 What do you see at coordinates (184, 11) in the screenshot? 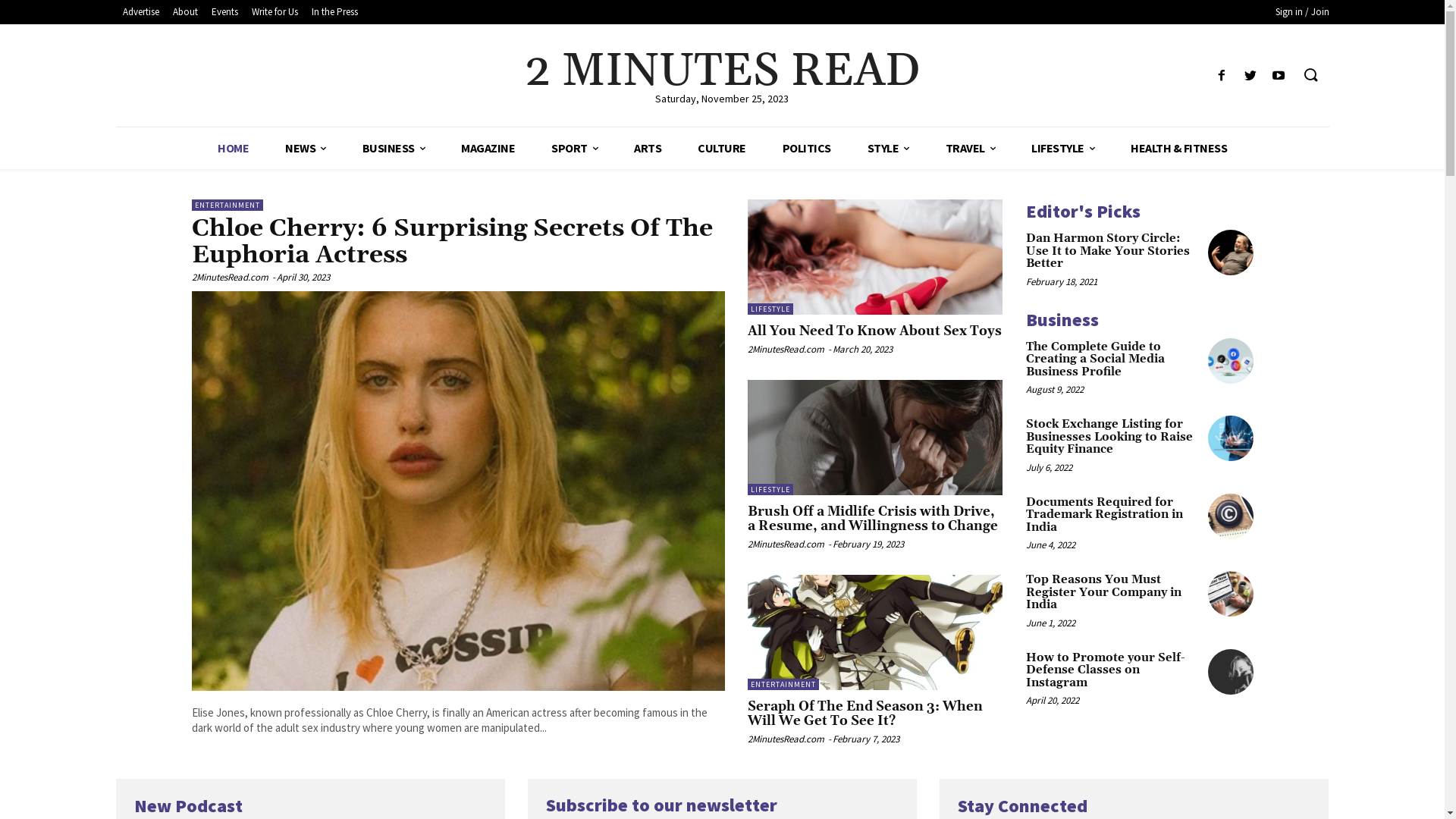
I see `'About'` at bounding box center [184, 11].